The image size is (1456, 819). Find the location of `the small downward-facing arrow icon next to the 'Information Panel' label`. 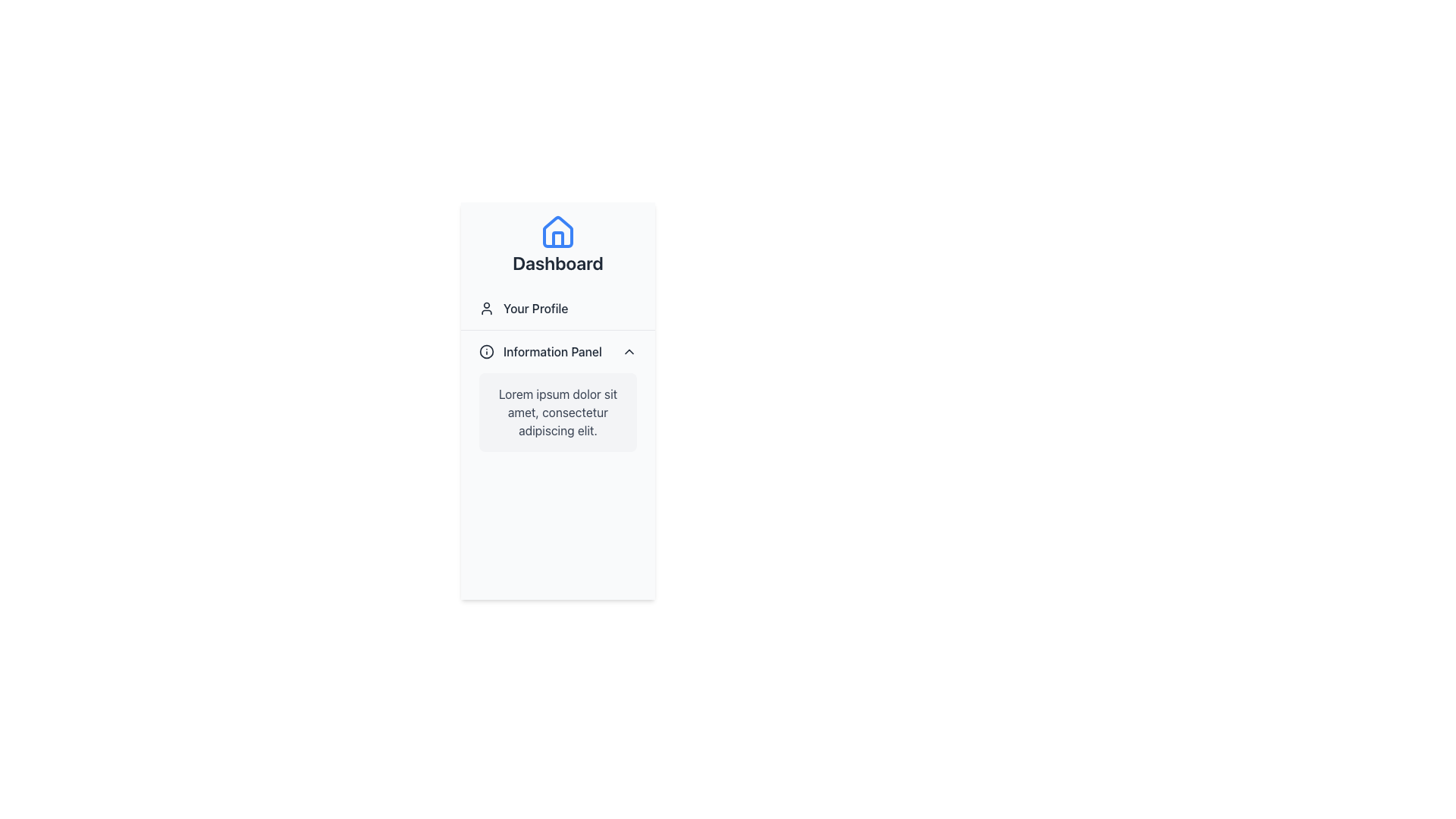

the small downward-facing arrow icon next to the 'Information Panel' label is located at coordinates (629, 351).